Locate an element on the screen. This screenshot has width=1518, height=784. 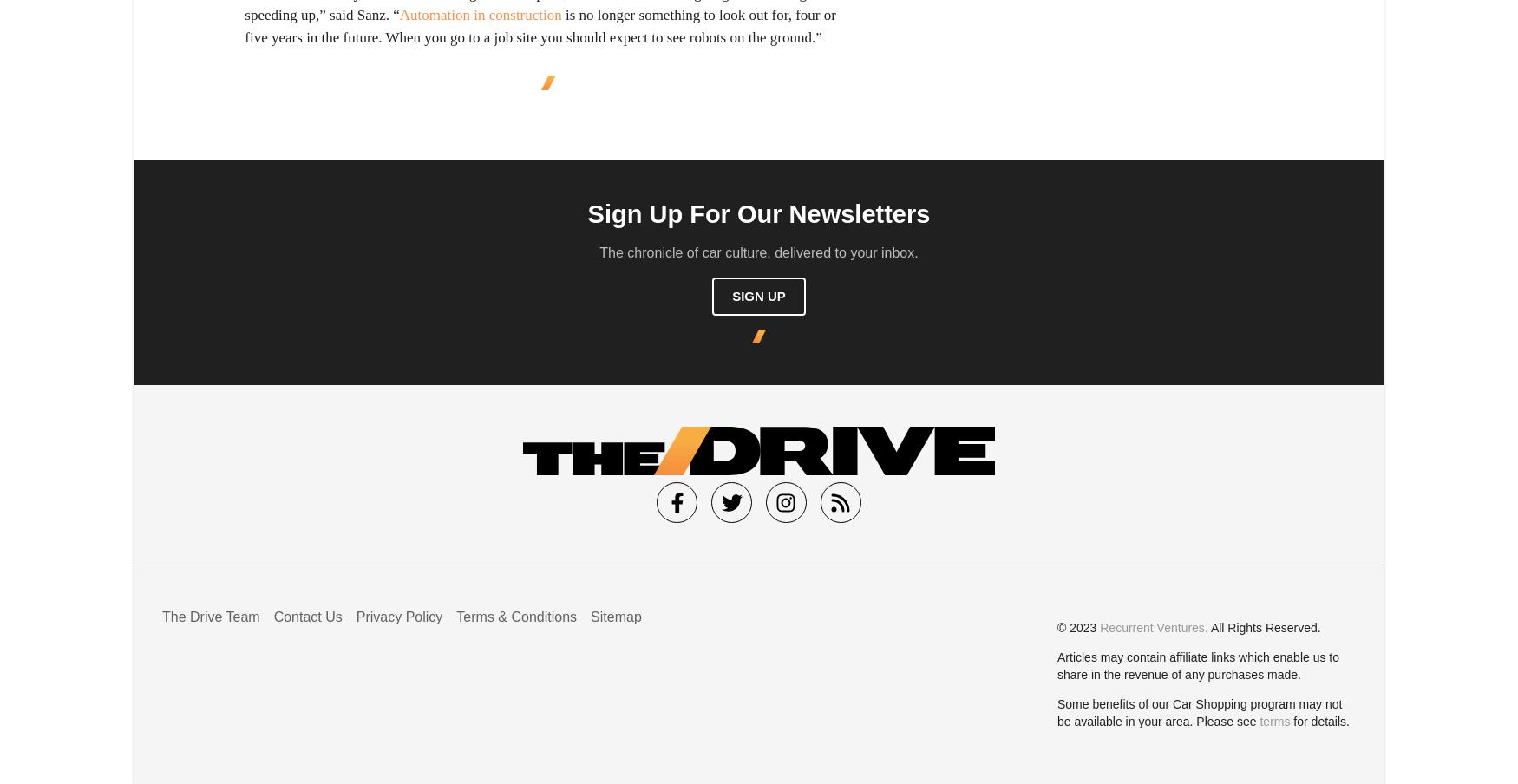
'Automation in construction' is located at coordinates (479, 14).